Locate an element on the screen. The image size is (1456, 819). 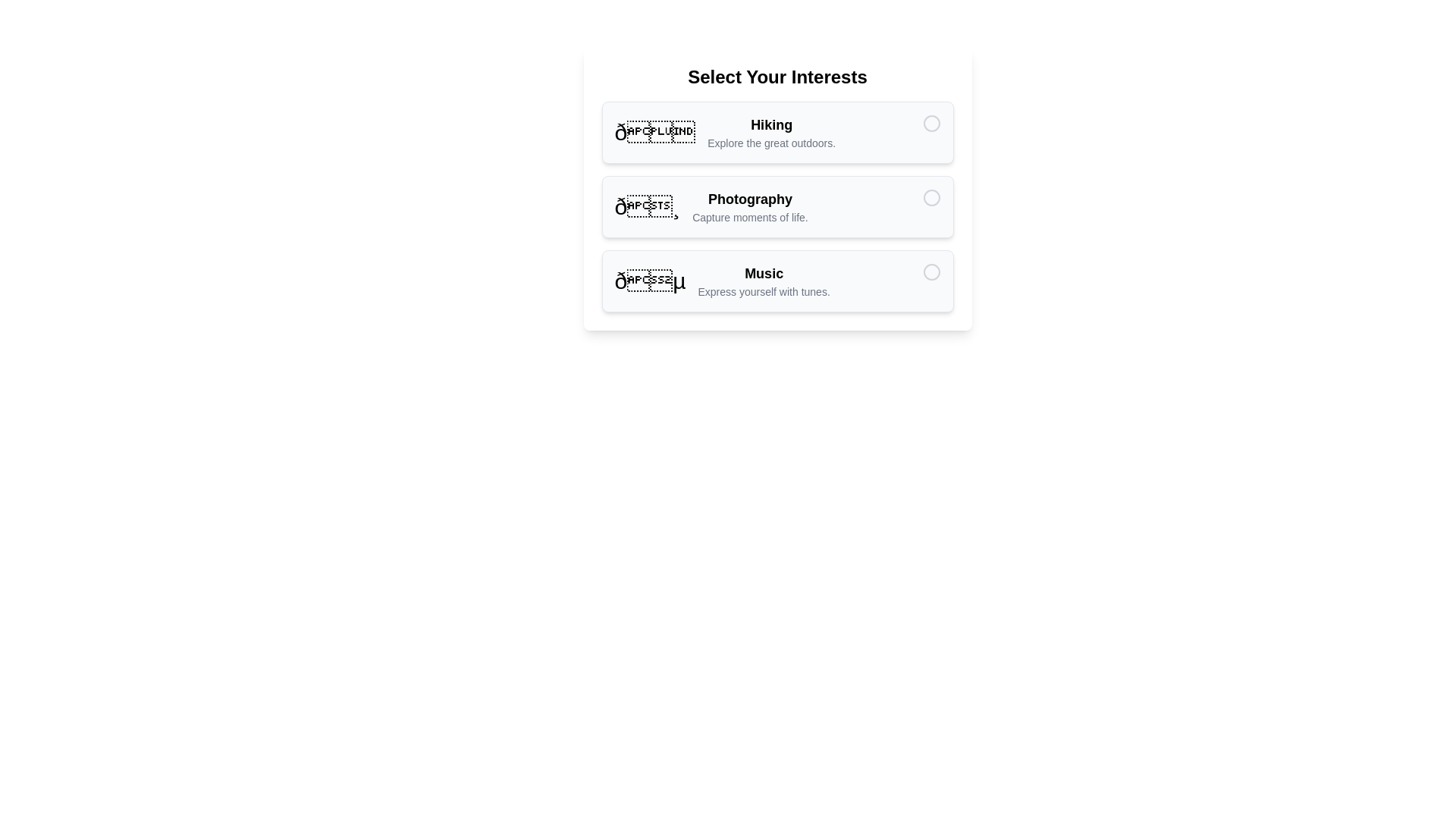
the item labeled Hiking is located at coordinates (777, 131).